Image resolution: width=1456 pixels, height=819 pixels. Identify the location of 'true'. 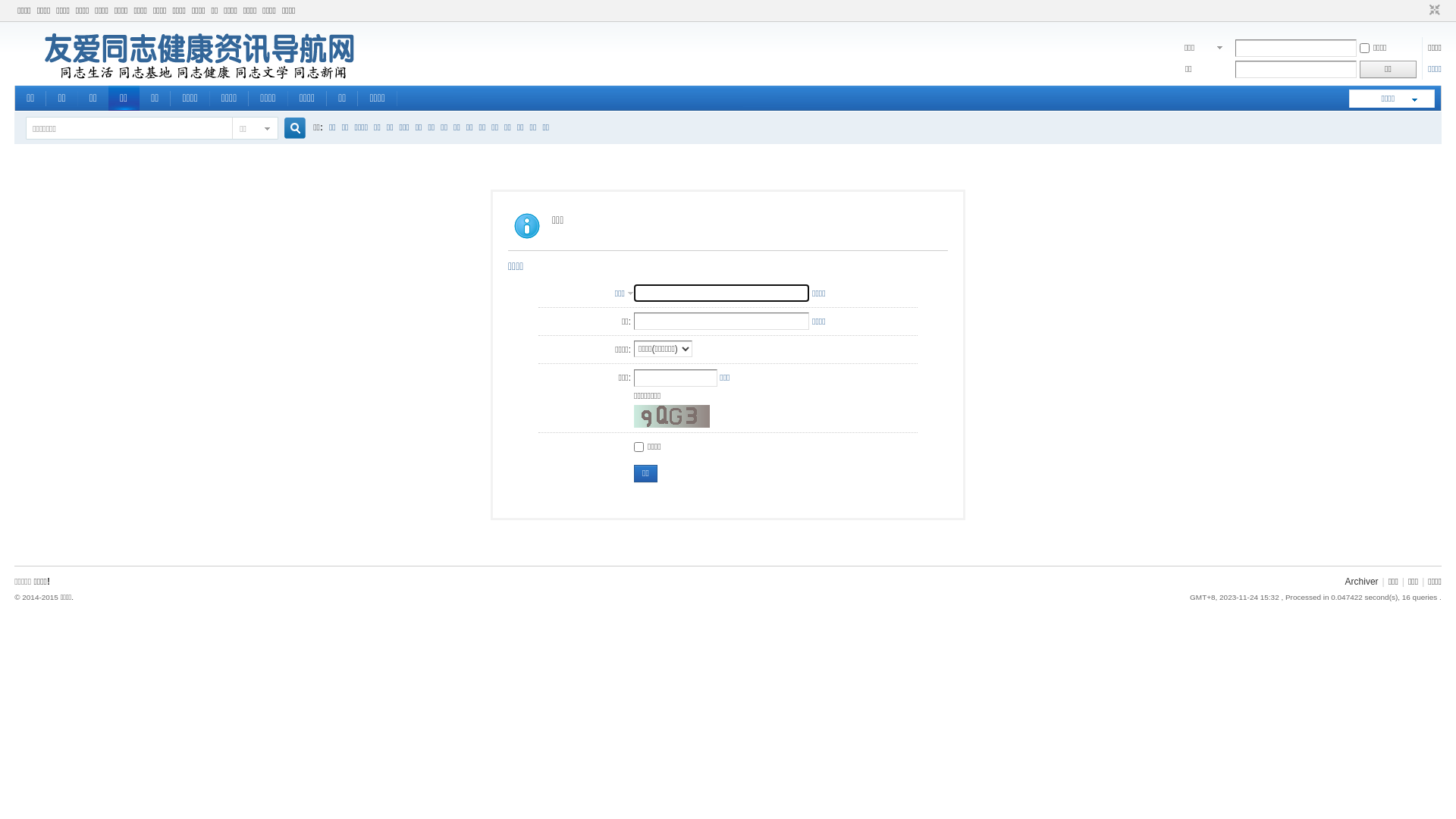
(289, 127).